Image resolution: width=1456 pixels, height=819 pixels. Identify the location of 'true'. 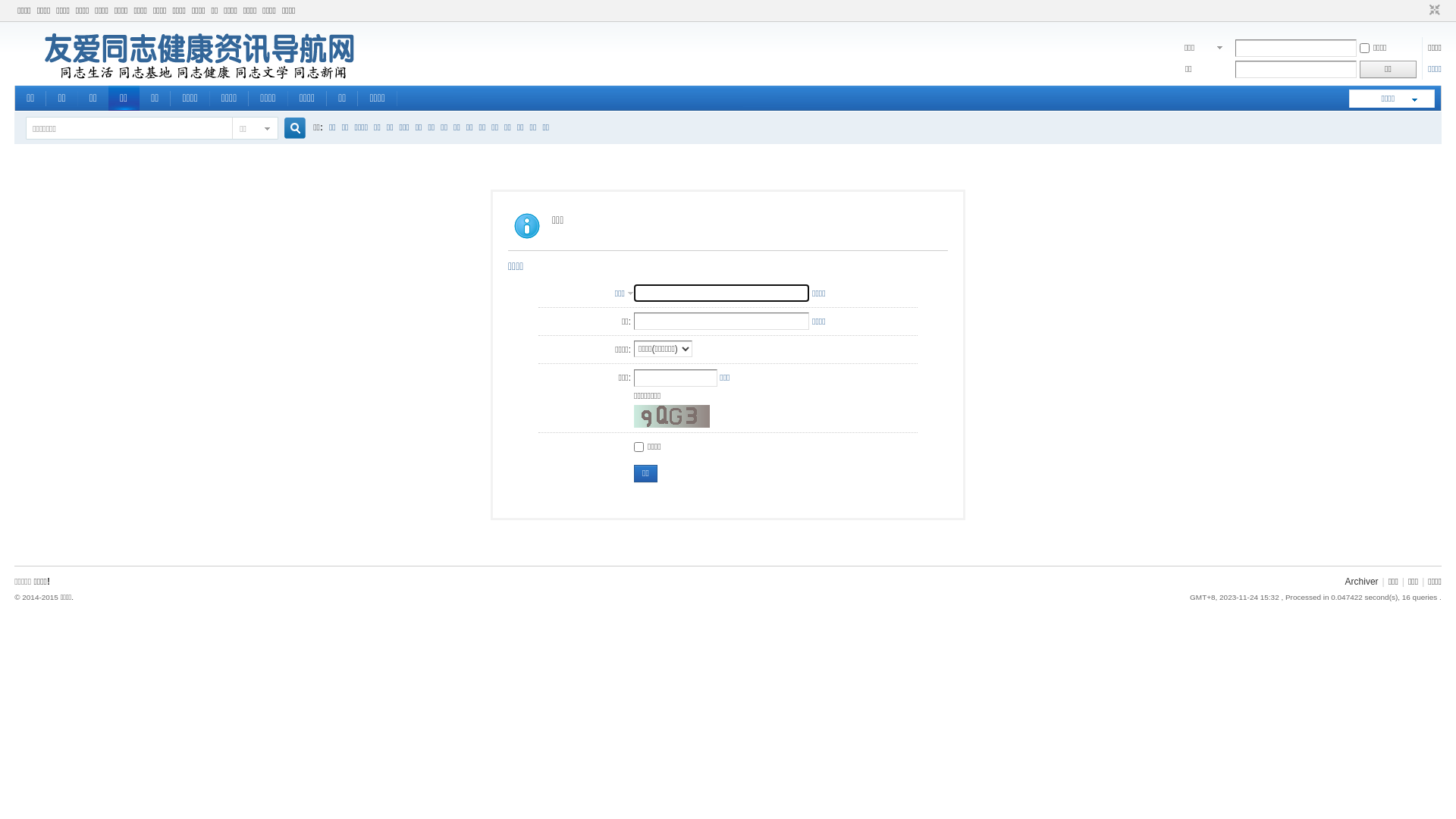
(289, 127).